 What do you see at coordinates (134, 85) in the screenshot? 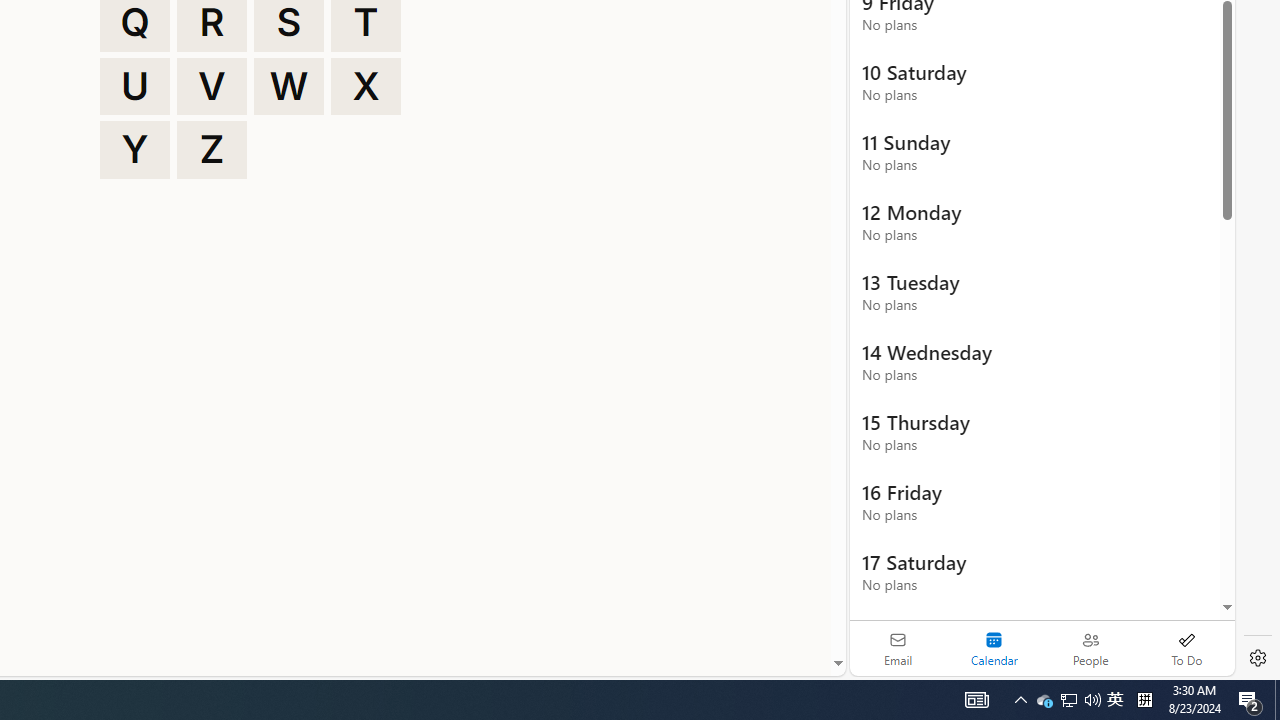
I see `'U'` at bounding box center [134, 85].